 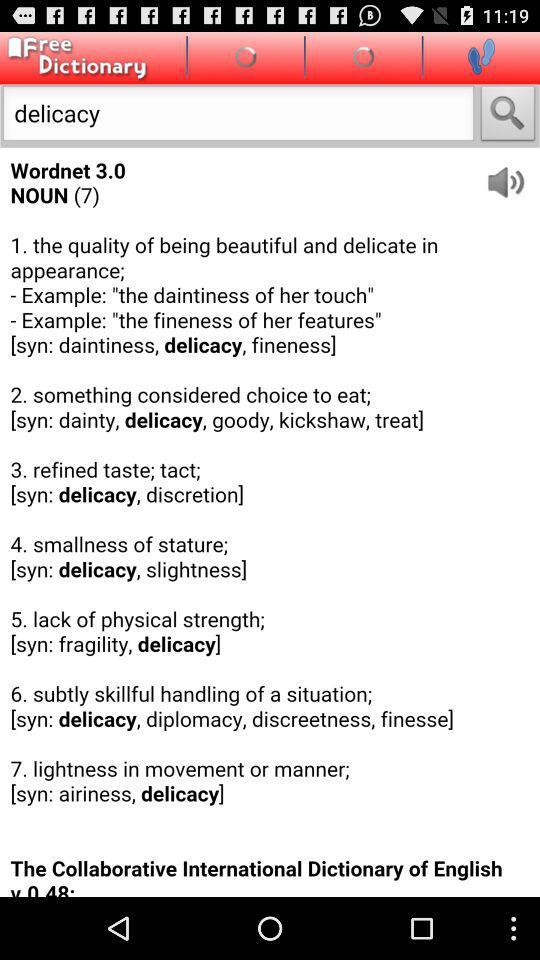 What do you see at coordinates (508, 115) in the screenshot?
I see `search for word` at bounding box center [508, 115].